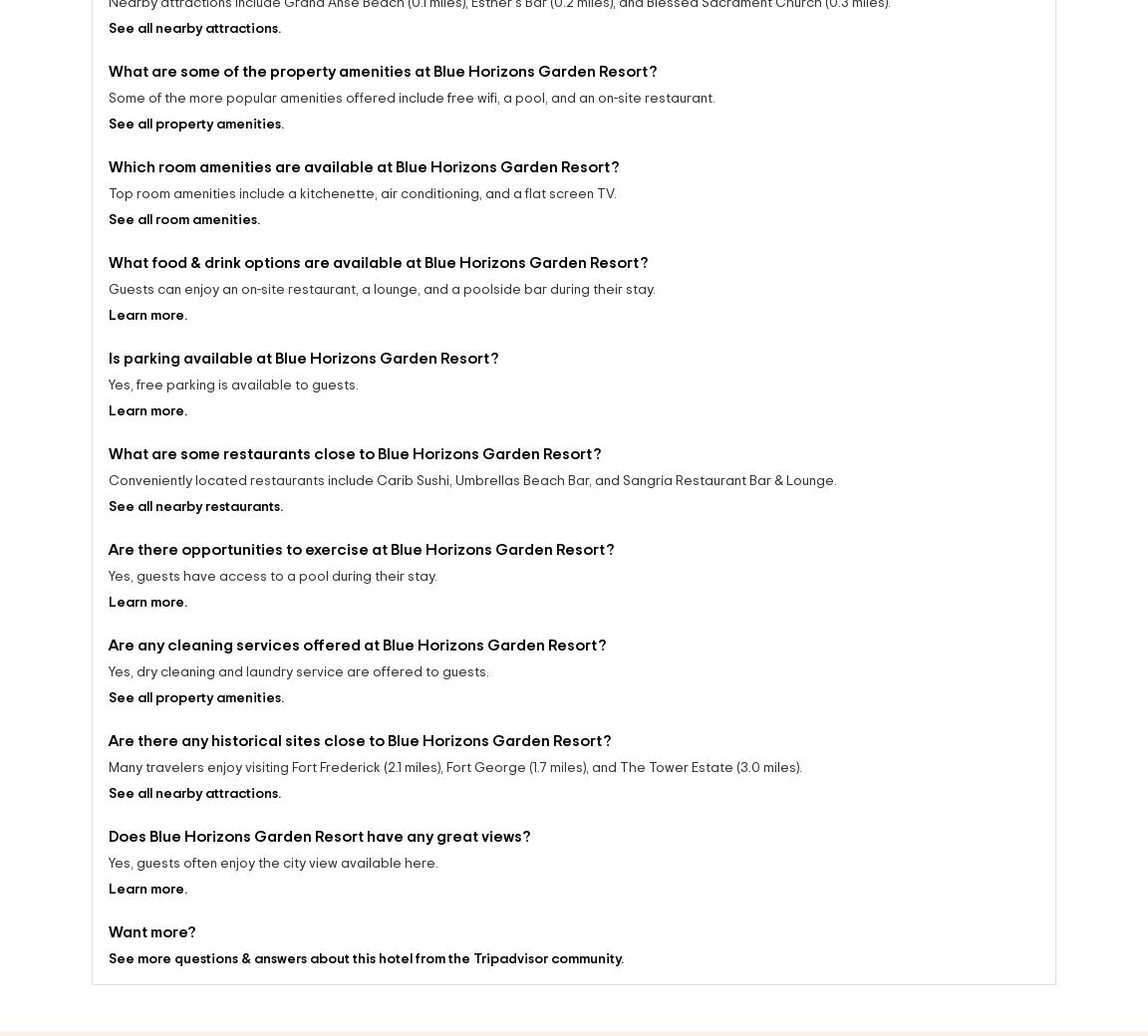 Image resolution: width=1148 pixels, height=1036 pixels. Describe the element at coordinates (454, 773) in the screenshot. I see `'Many travelers enjoy visiting Fort Frederick (2.1 miles), Fort George (1.7 miles), and The Tower Estate (3.0 miles).'` at that location.